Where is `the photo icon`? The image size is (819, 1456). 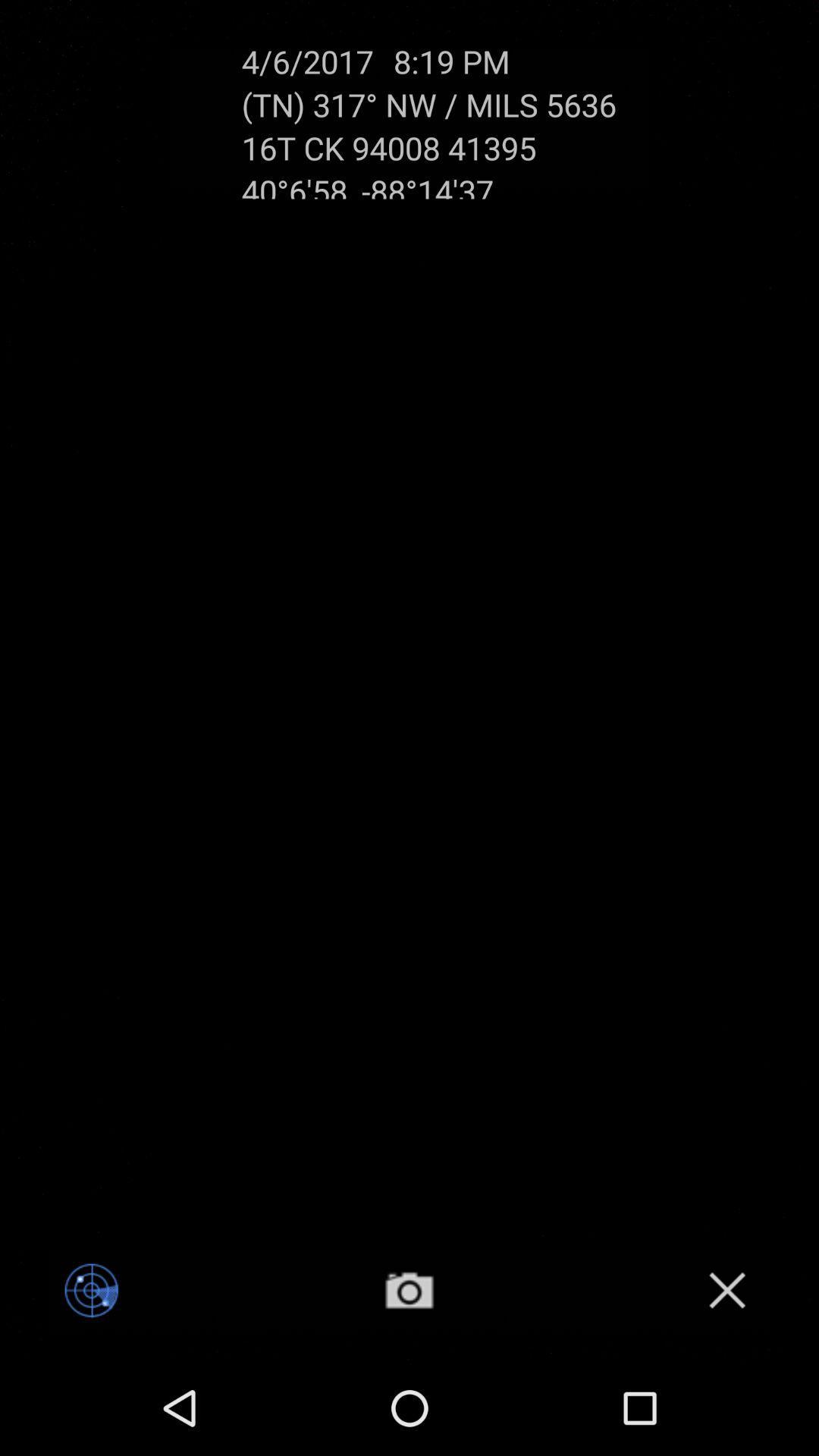
the photo icon is located at coordinates (409, 1381).